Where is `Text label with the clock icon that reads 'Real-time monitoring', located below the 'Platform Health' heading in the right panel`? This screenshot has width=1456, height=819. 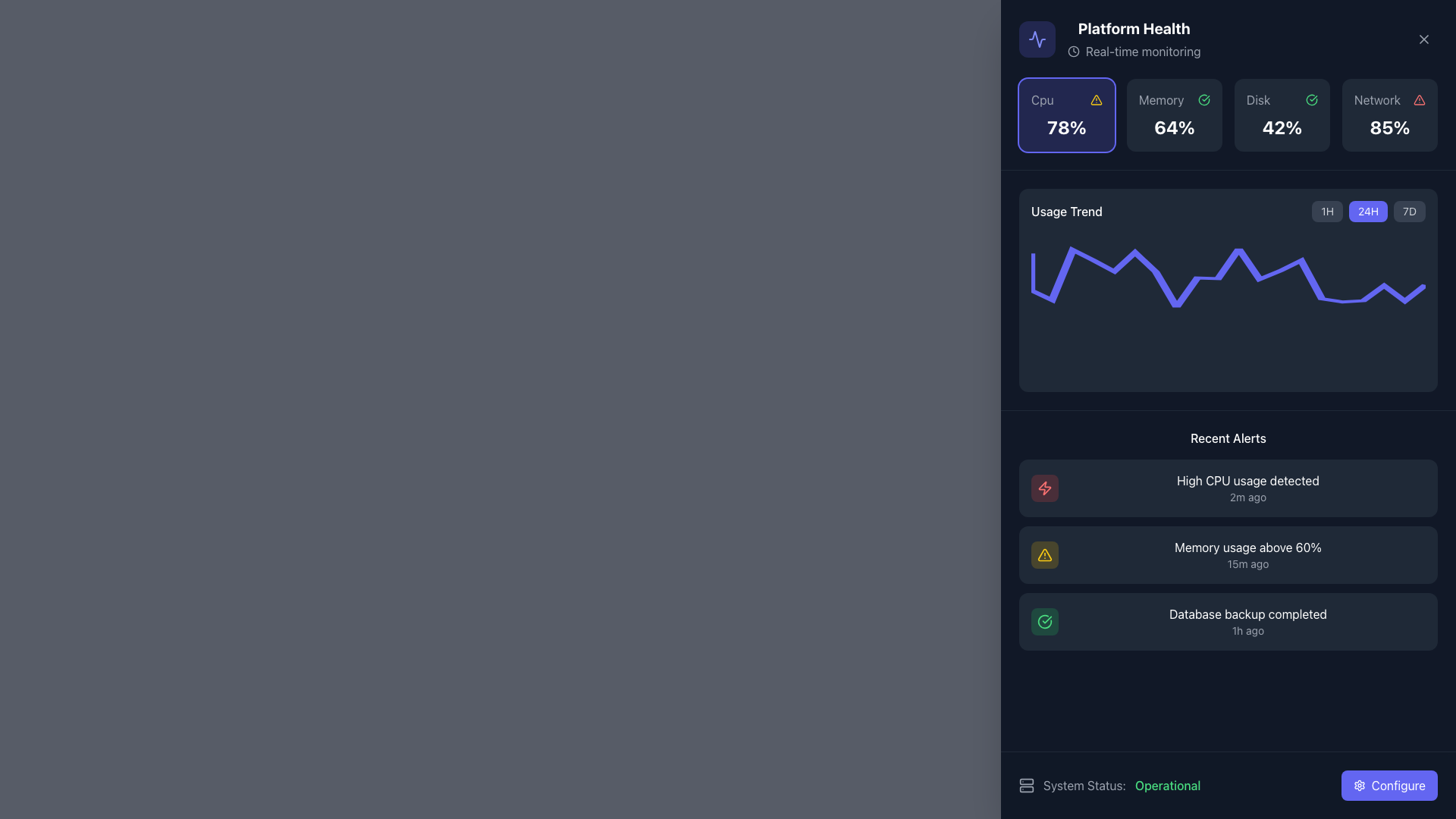 Text label with the clock icon that reads 'Real-time monitoring', located below the 'Platform Health' heading in the right panel is located at coordinates (1134, 51).